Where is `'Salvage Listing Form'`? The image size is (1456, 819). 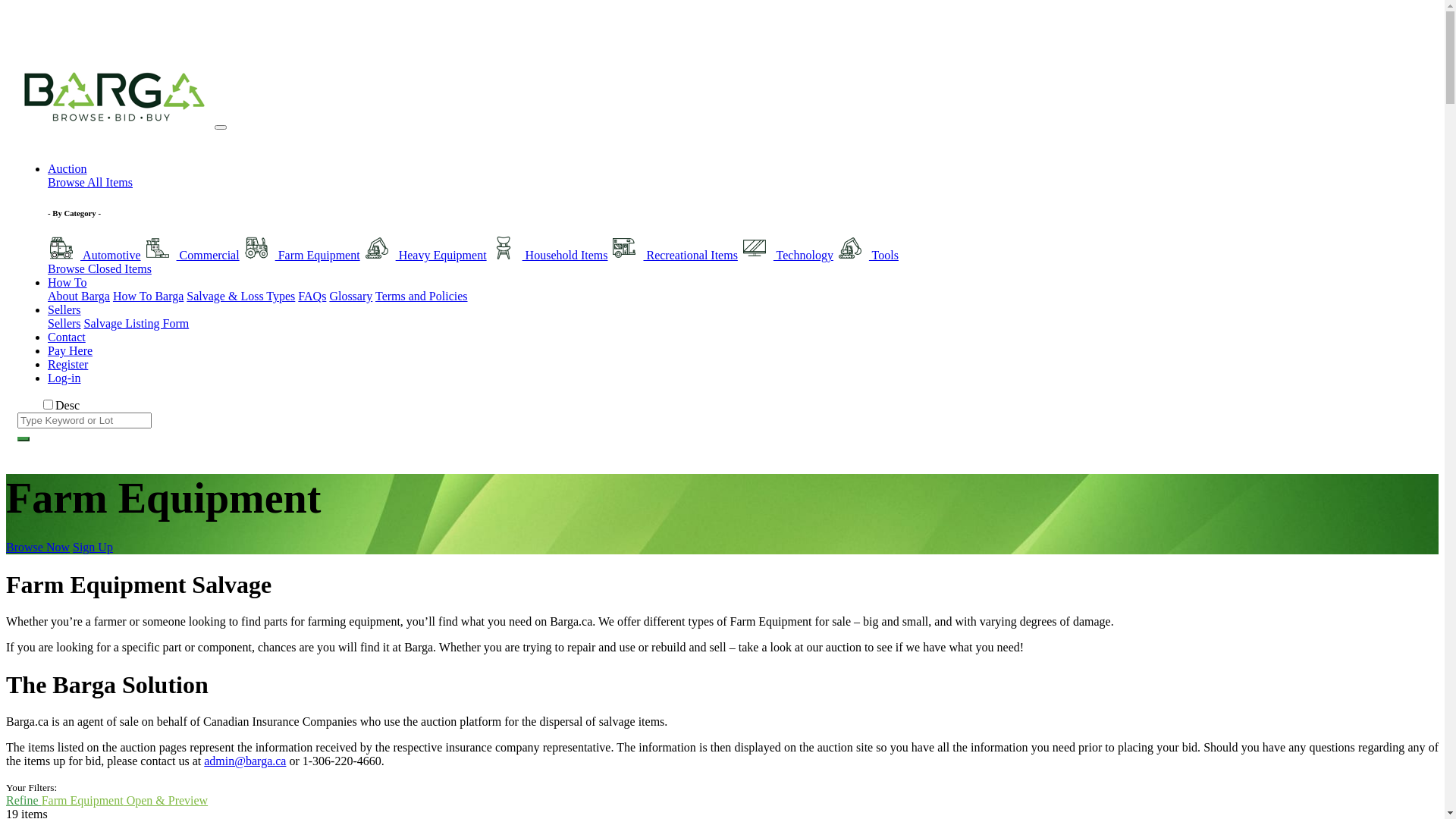
'Salvage Listing Form' is located at coordinates (136, 322).